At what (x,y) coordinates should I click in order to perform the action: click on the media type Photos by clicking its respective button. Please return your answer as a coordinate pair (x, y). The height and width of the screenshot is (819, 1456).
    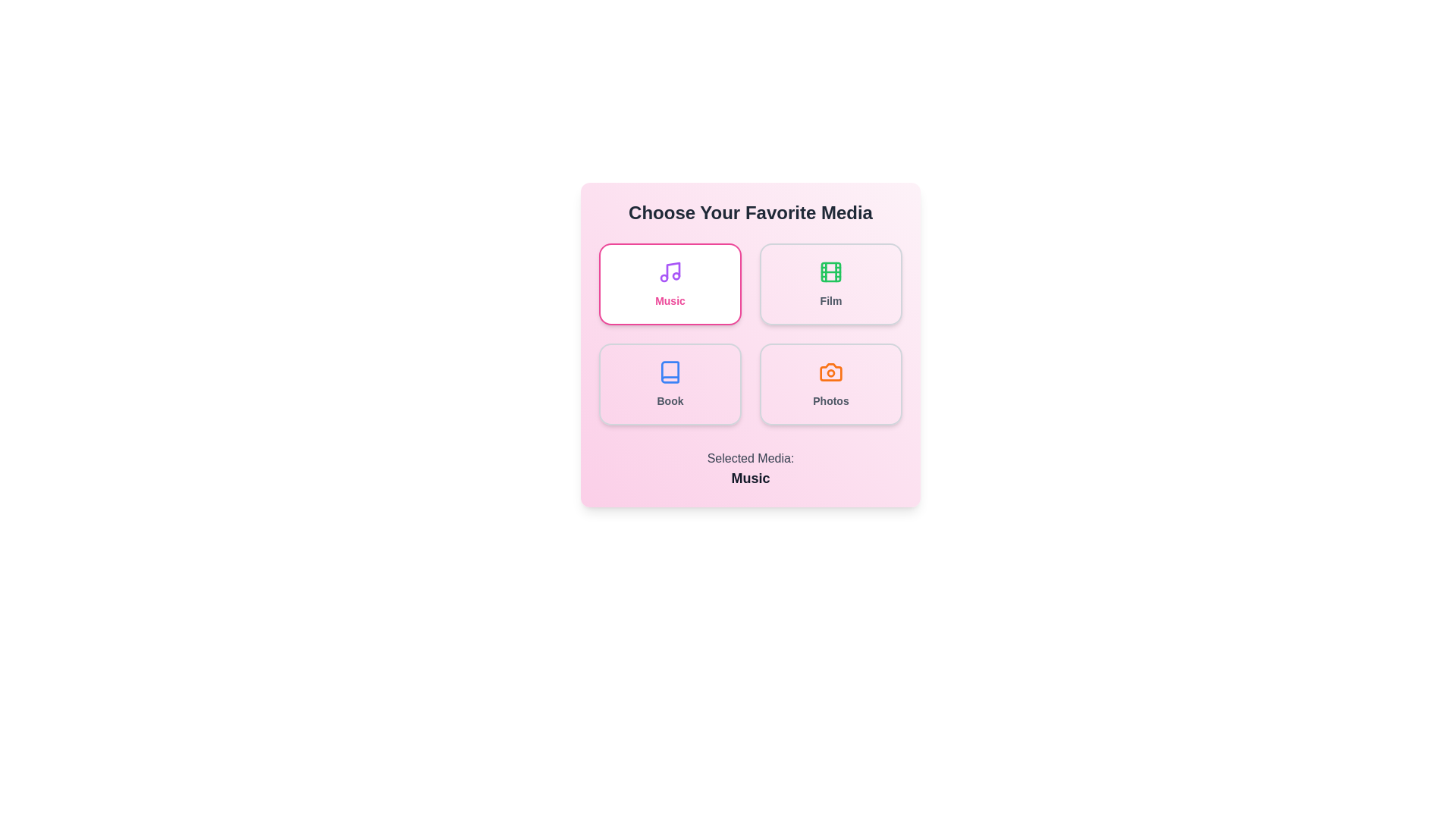
    Looking at the image, I should click on (830, 383).